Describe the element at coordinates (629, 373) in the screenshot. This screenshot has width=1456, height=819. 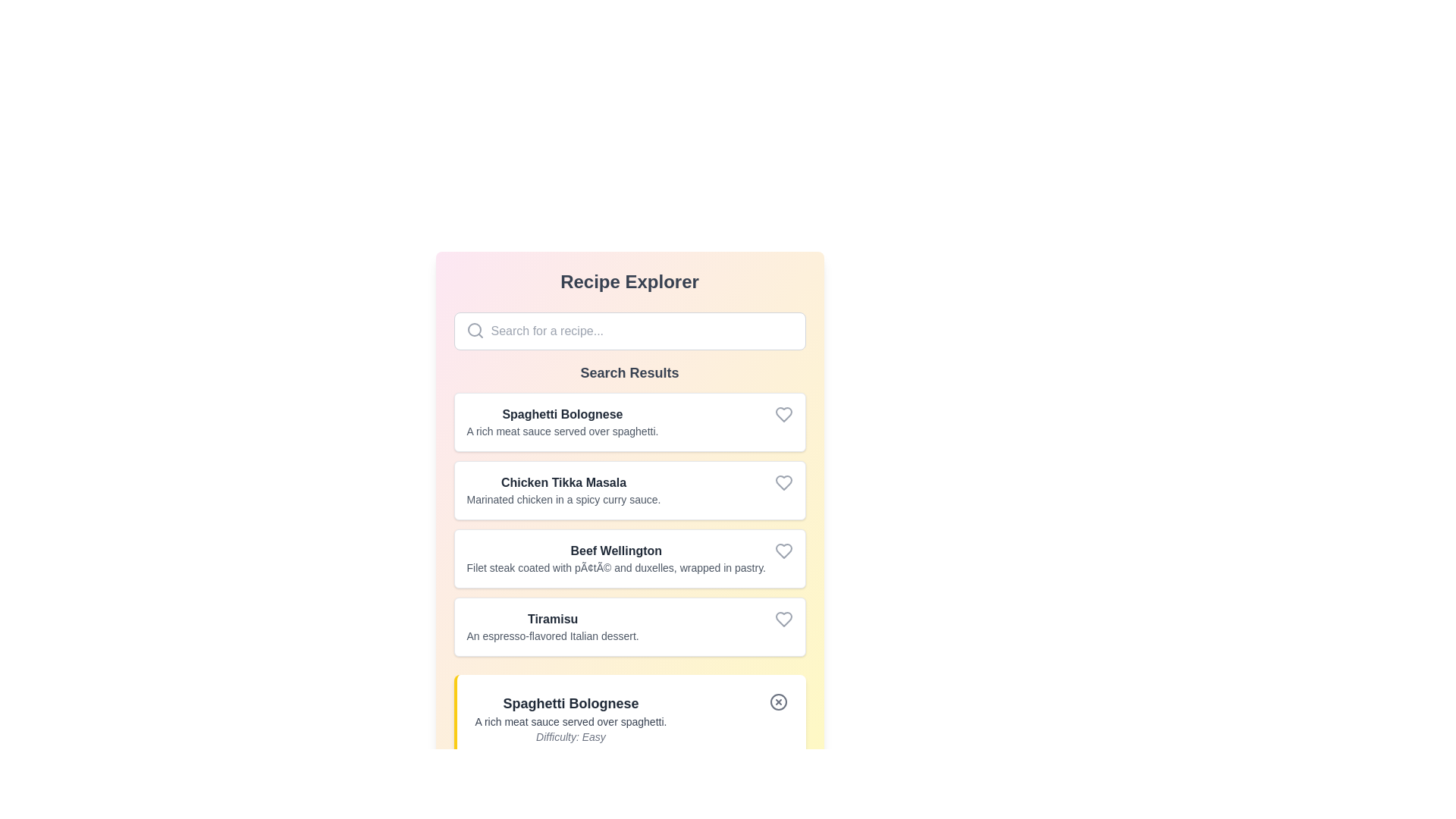
I see `the 'Search Results' header indicating the results of a search, which is located below a search bar and above a list of recipe items` at that location.